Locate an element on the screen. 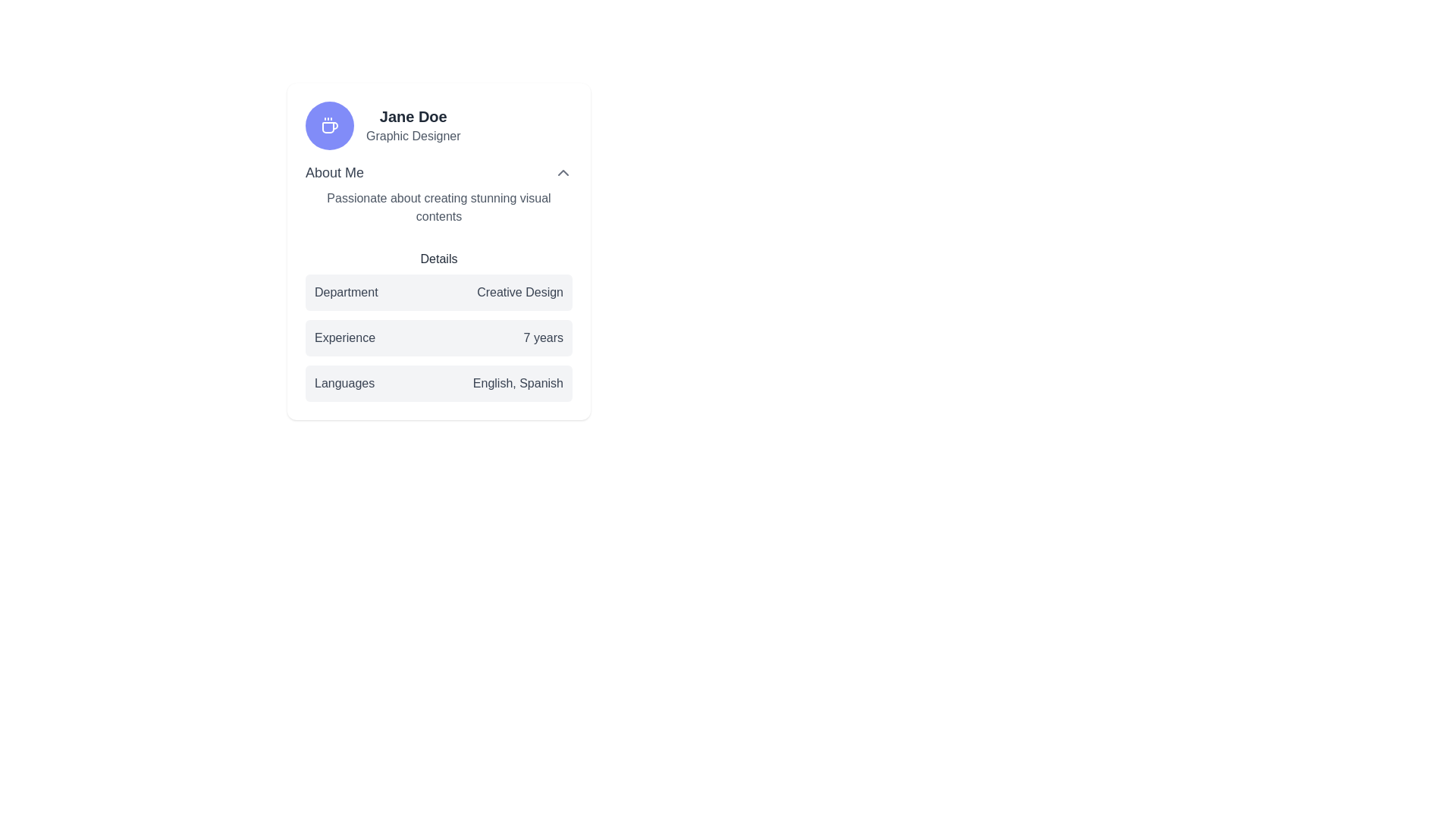 This screenshot has width=1456, height=819. the Informational bar displaying 'Languages' and 'English, Spanish', located below 'Department' and 'Experience' is located at coordinates (438, 382).